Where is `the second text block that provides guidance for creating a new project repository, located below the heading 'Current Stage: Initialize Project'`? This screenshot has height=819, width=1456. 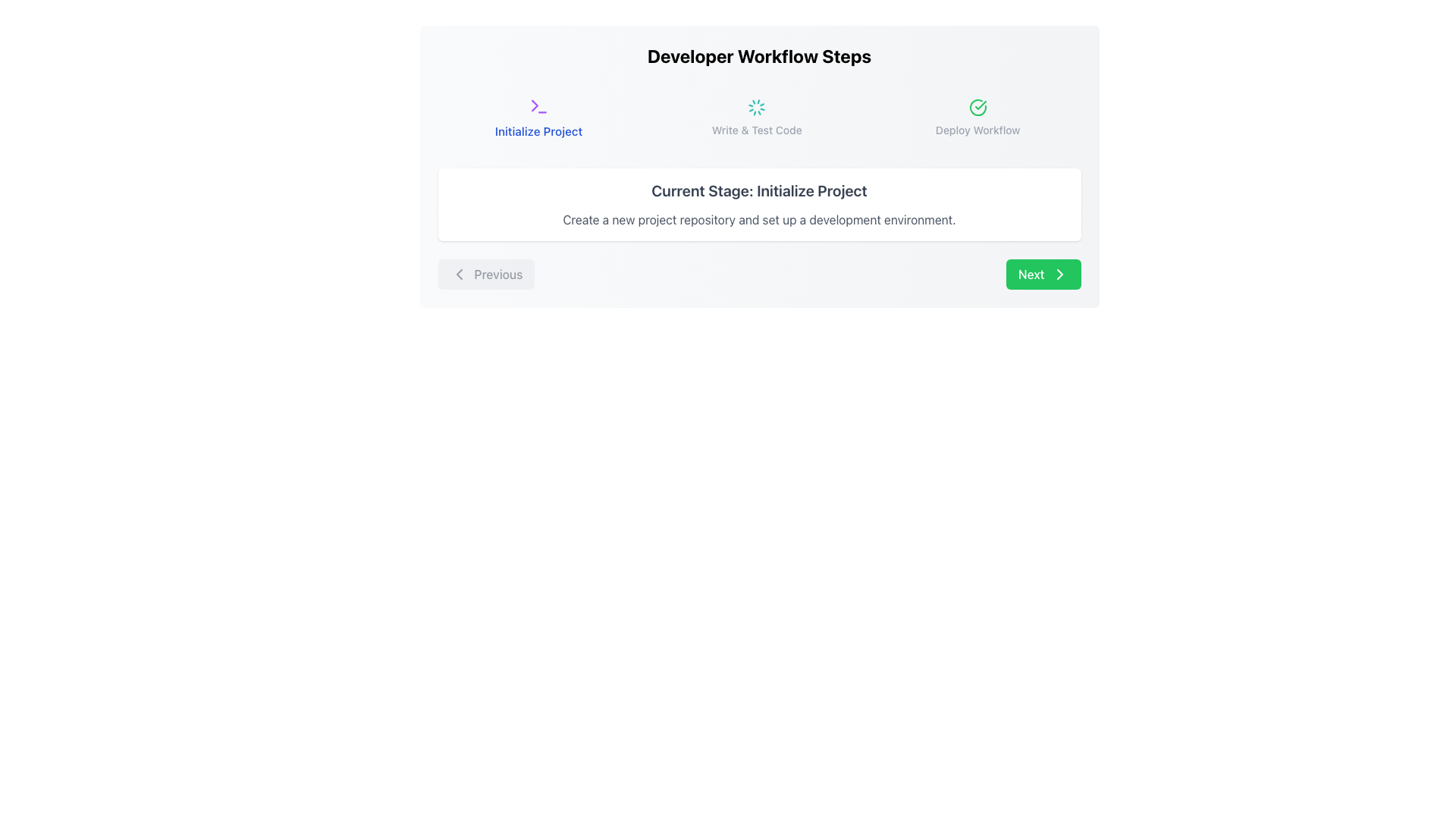
the second text block that provides guidance for creating a new project repository, located below the heading 'Current Stage: Initialize Project' is located at coordinates (759, 219).